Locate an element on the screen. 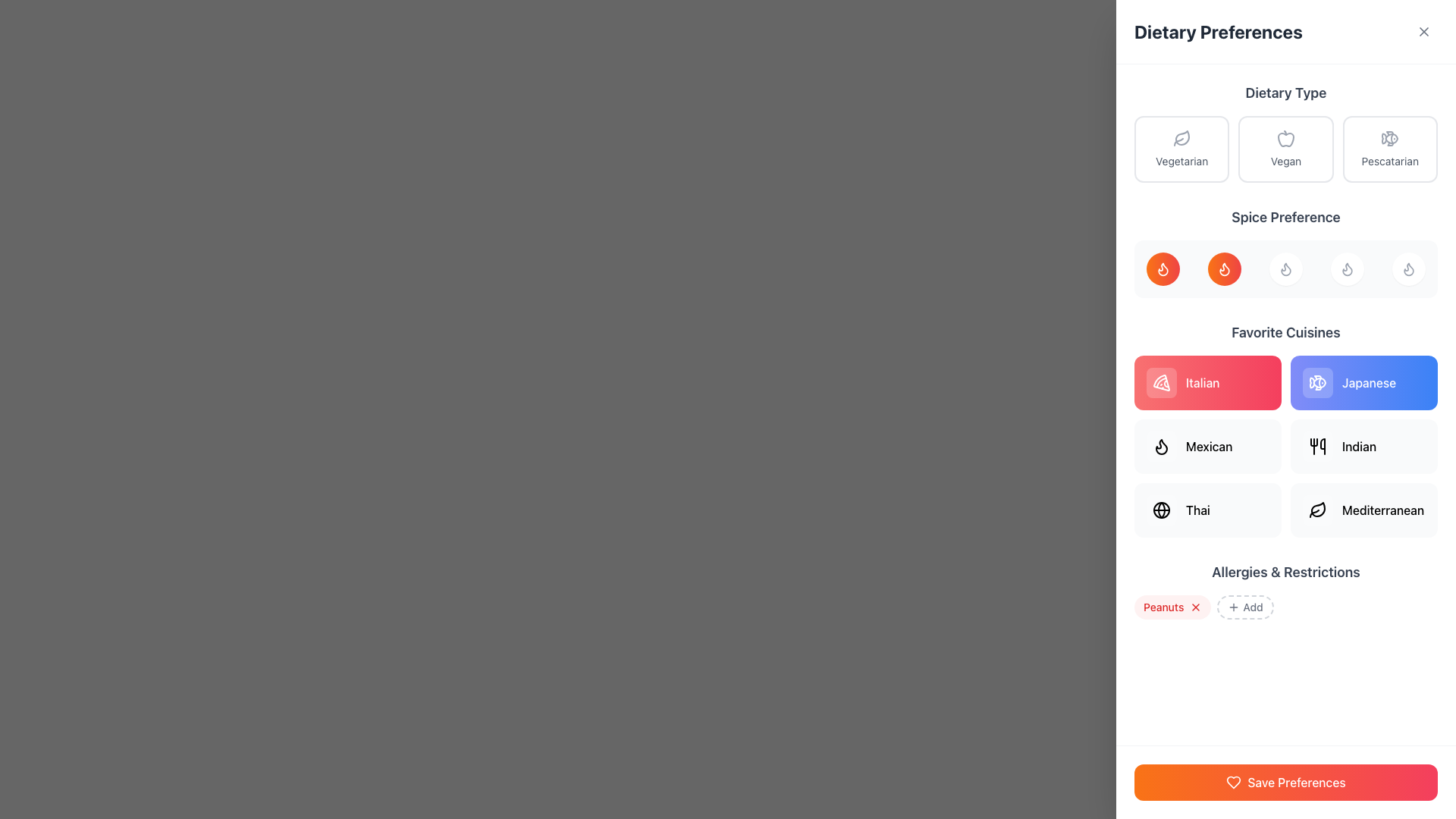 The width and height of the screenshot is (1456, 819). the close or cancel icon, represented by a minimalistic gray 'X' shape, located in the top right corner adjacent to the title 'Dietary Preferences' is located at coordinates (1423, 32).